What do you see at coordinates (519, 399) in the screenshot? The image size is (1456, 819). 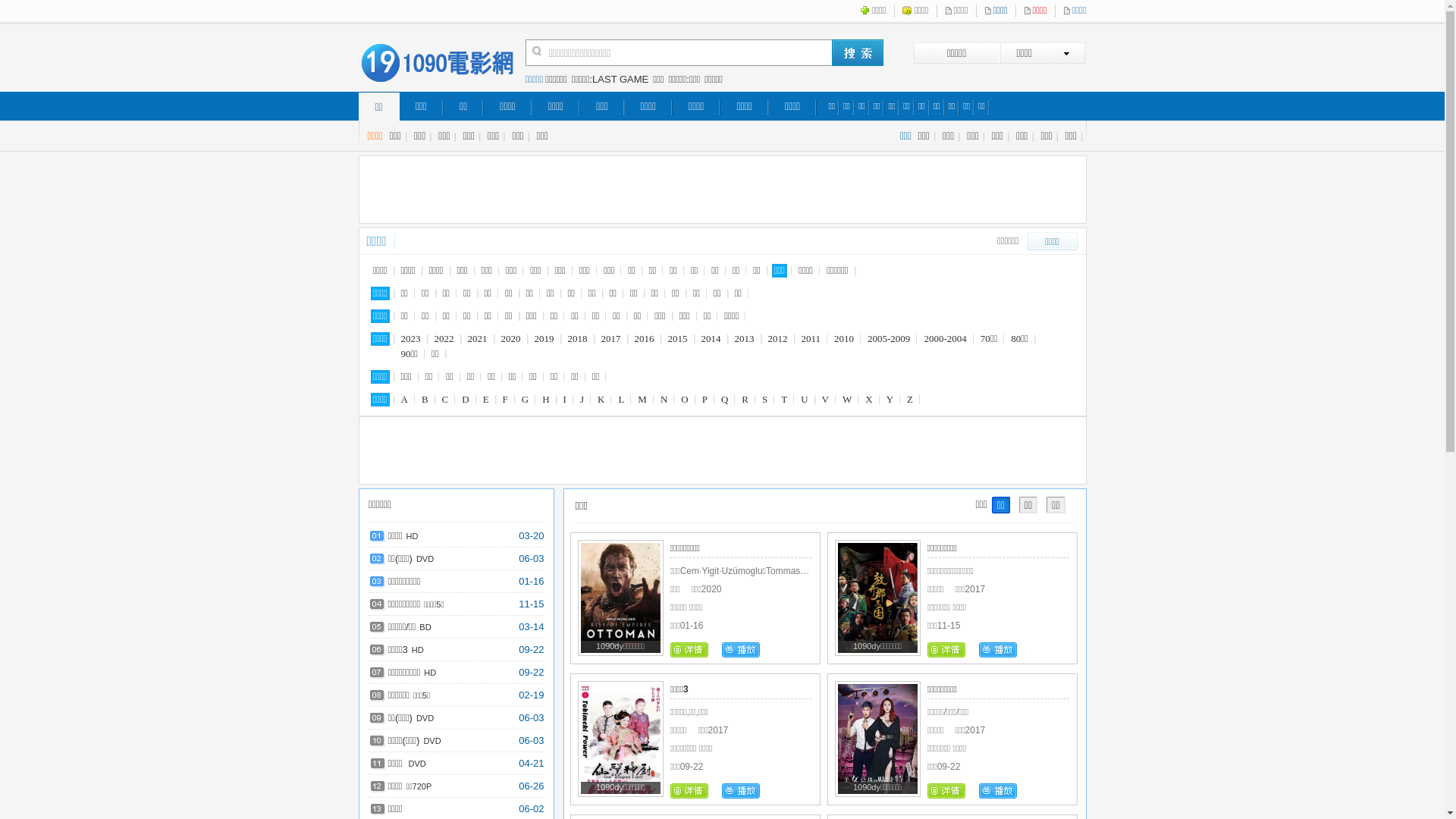 I see `'G'` at bounding box center [519, 399].